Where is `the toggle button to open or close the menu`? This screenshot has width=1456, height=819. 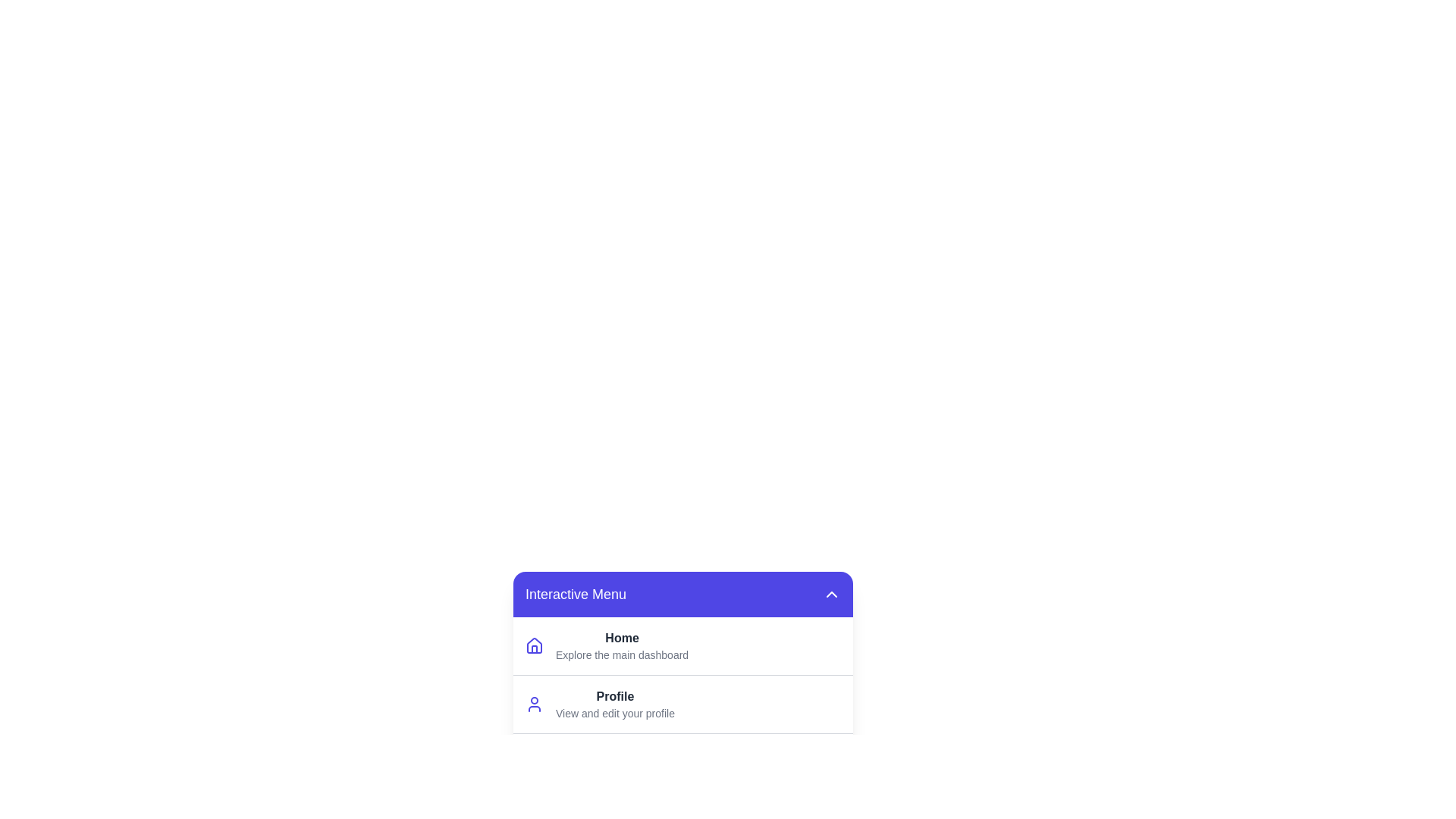 the toggle button to open or close the menu is located at coordinates (831, 593).